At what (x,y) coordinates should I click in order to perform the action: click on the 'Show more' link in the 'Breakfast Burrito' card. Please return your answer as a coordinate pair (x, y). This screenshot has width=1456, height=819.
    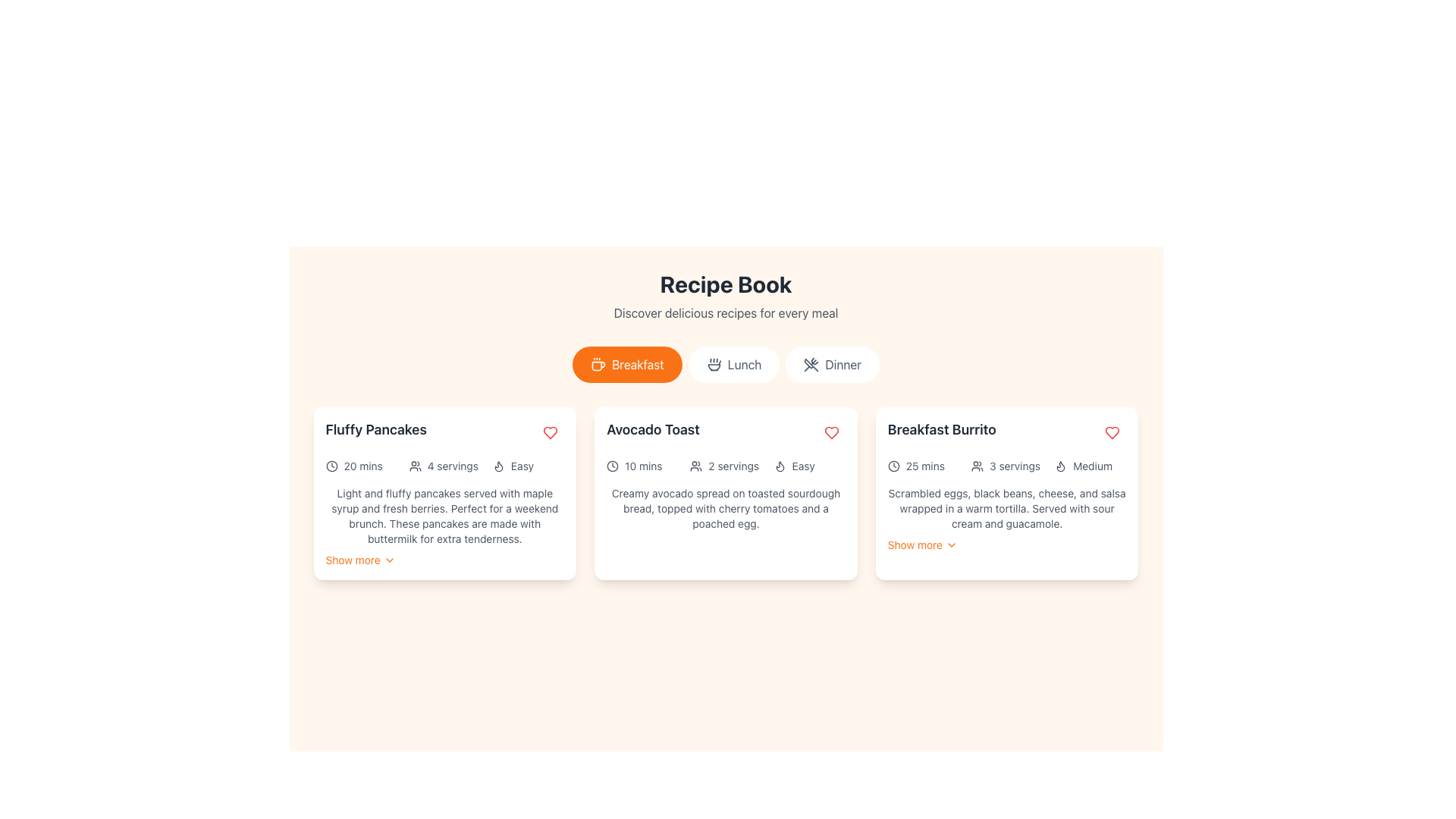
    Looking at the image, I should click on (1007, 519).